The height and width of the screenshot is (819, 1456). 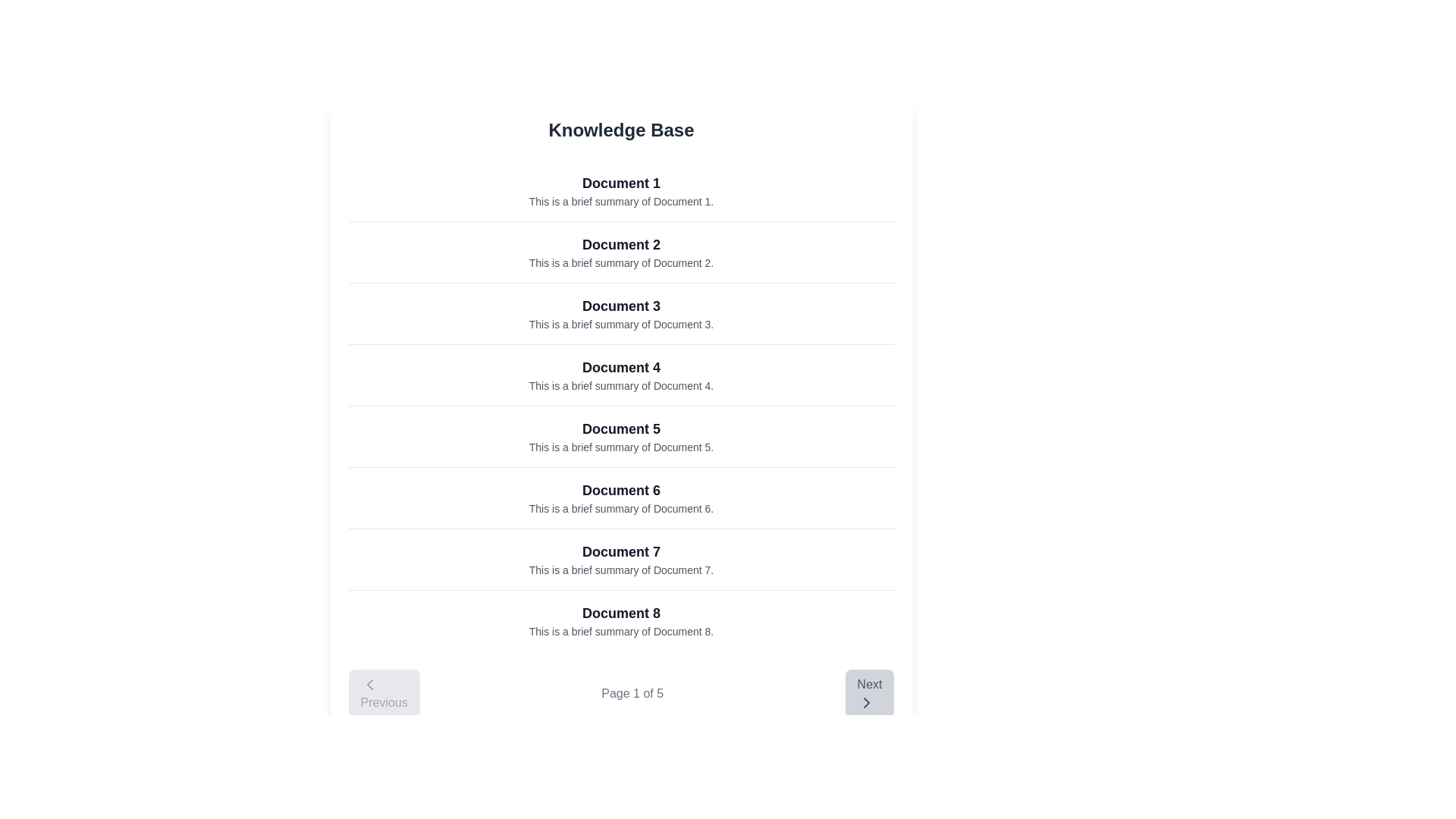 What do you see at coordinates (621, 509) in the screenshot?
I see `the text element that reads 'This is a brief summary of Document 6.' which is styled with a smaller font size and gray color, located below the title 'Document 6.'` at bounding box center [621, 509].